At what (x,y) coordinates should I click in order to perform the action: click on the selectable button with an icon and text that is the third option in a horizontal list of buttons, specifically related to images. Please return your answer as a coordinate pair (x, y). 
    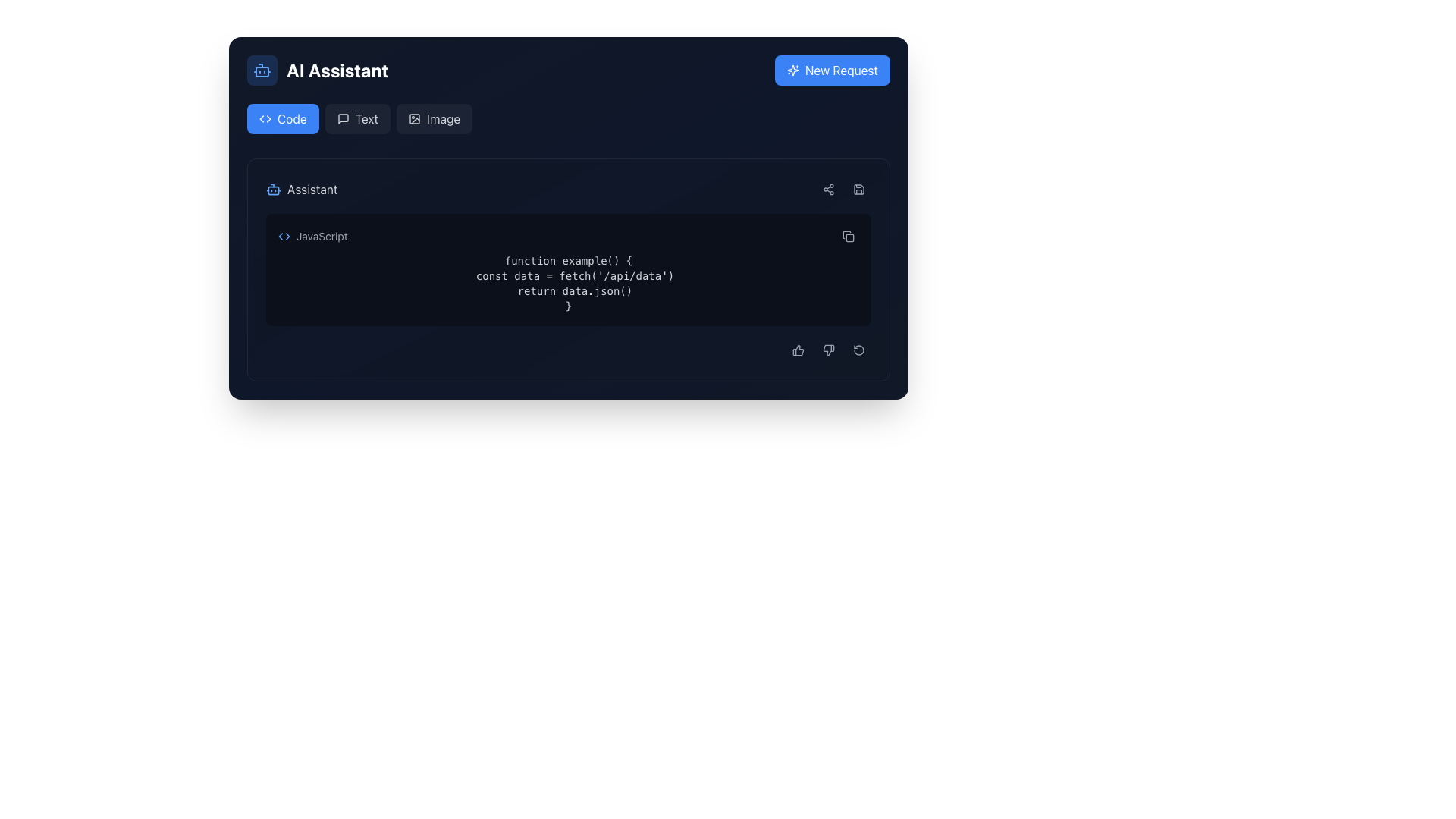
    Looking at the image, I should click on (434, 118).